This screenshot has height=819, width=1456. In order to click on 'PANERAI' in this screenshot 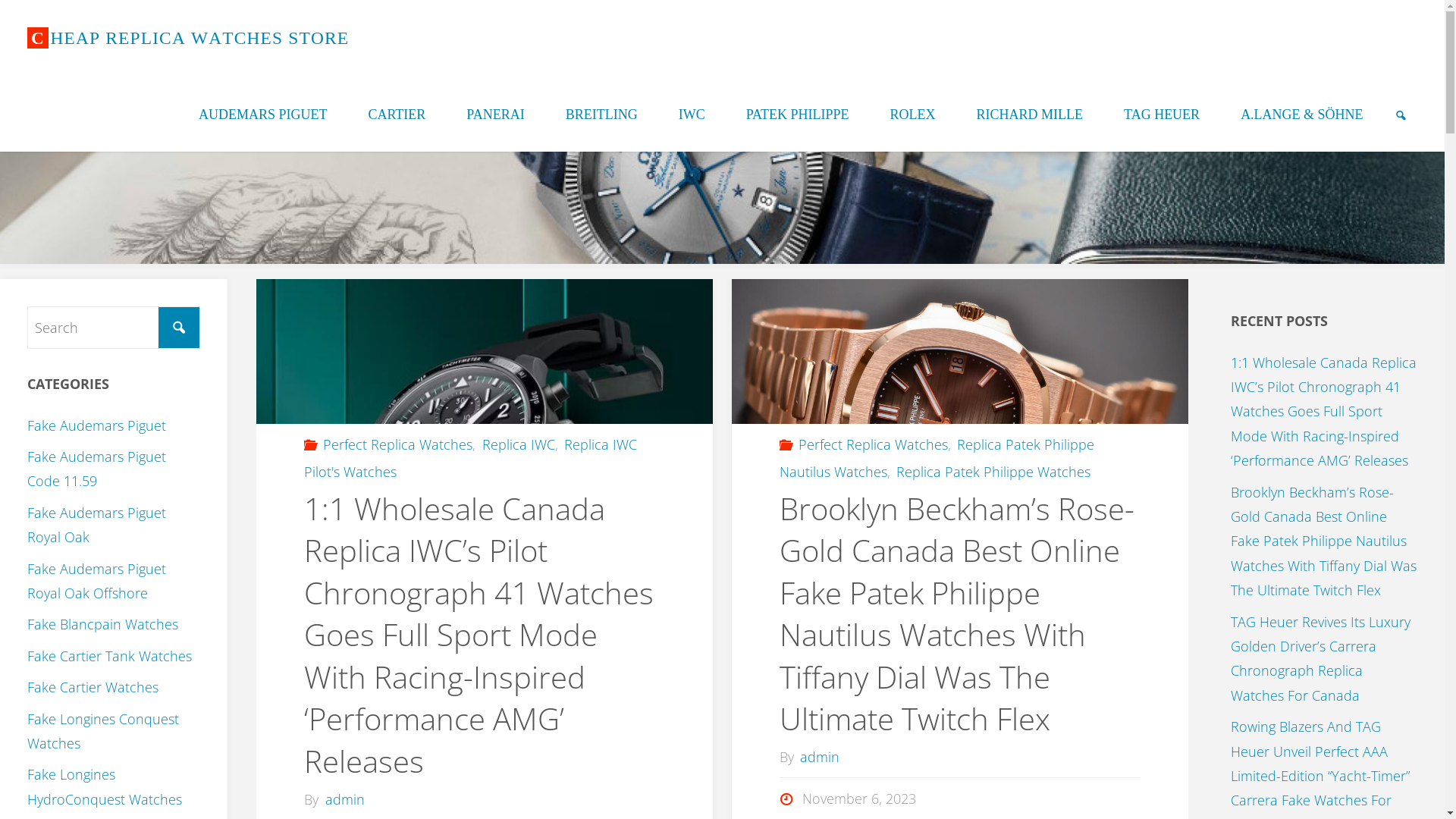, I will do `click(494, 113)`.